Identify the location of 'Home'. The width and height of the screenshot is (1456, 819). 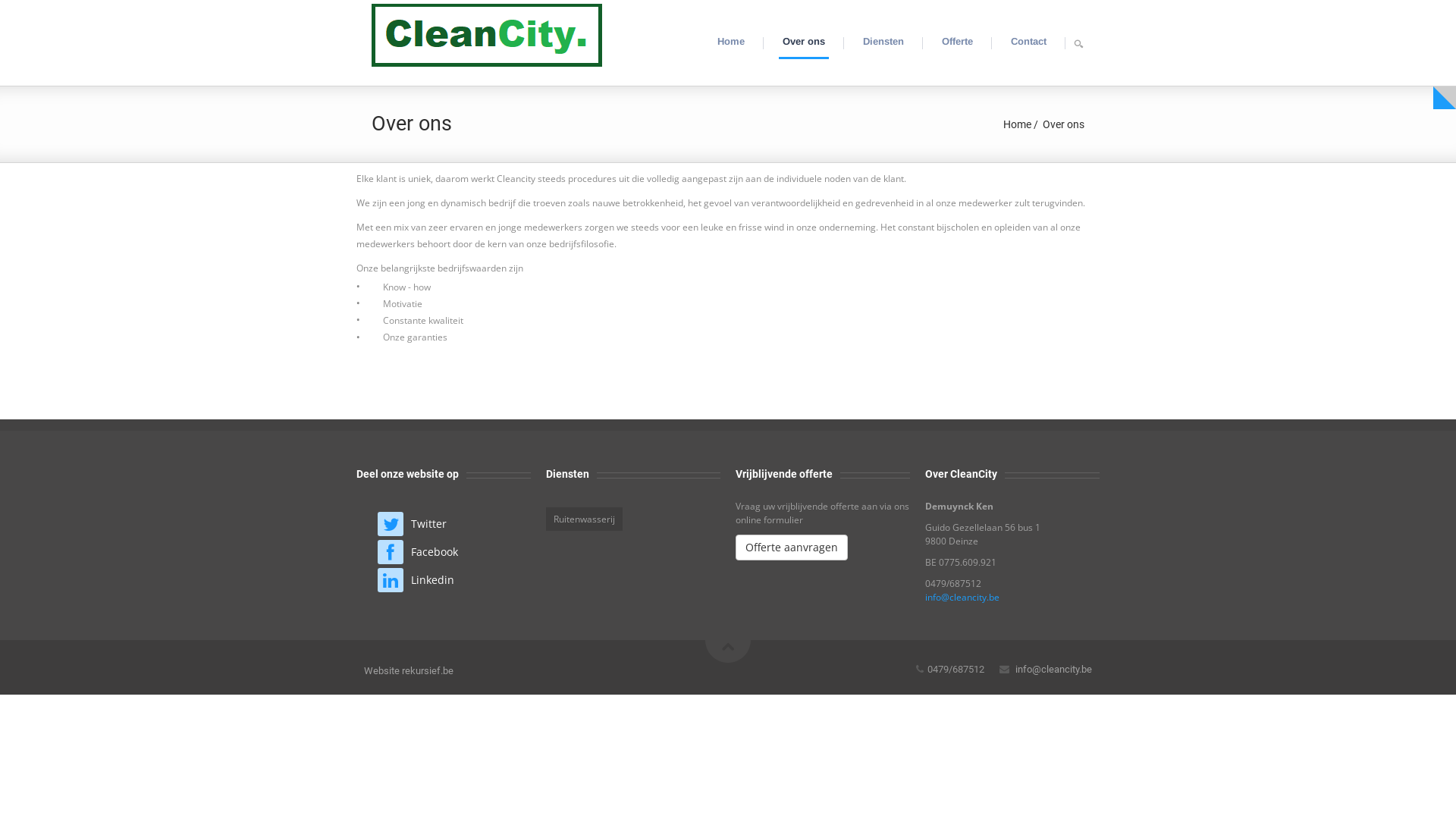
(1017, 124).